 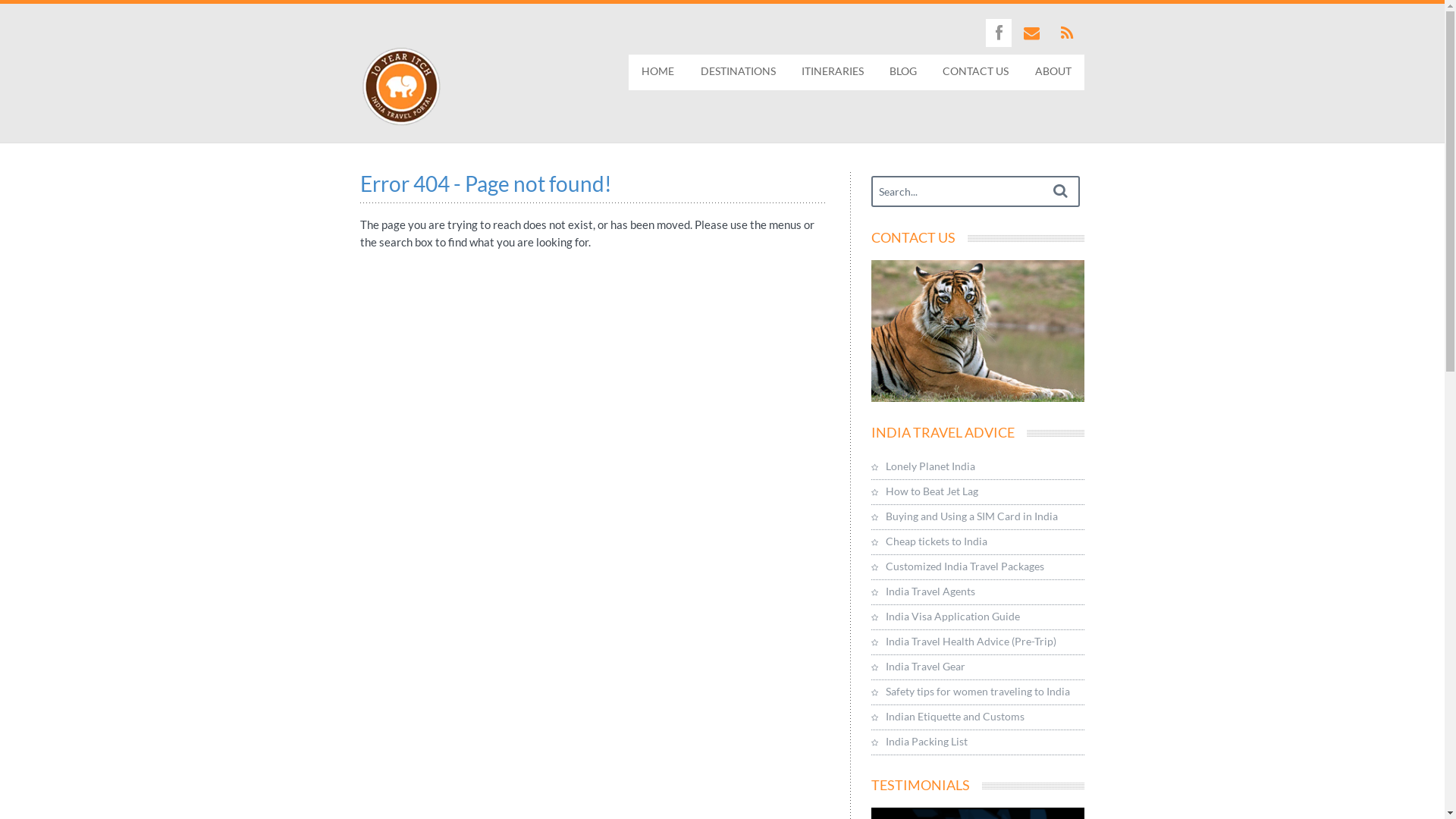 I want to click on 'Contact Us', so click(x=977, y=330).